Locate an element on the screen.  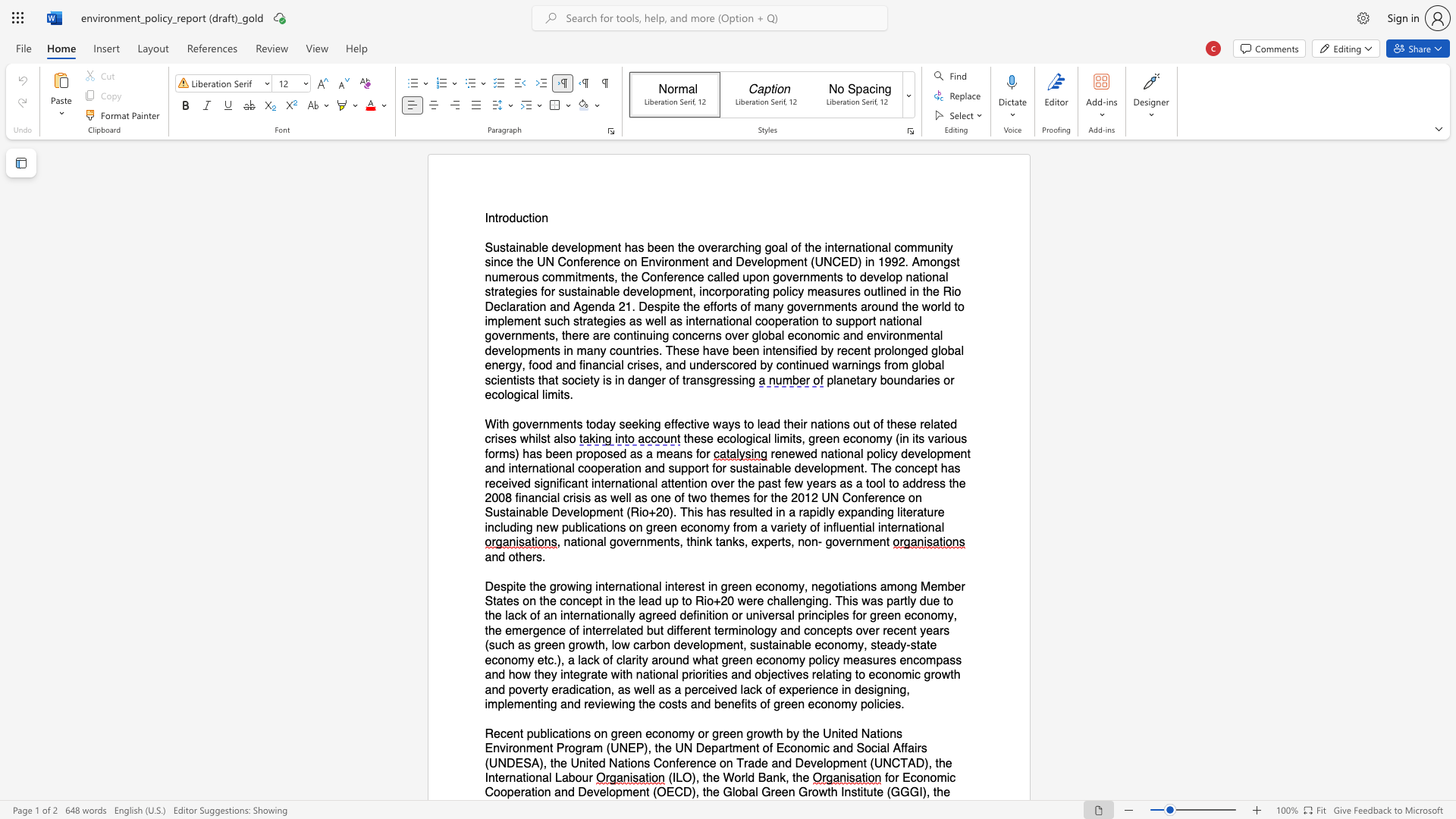
the subset text "ial crises, and underscored by continued wa" within the text "and financial crises, and underscored by continued warnings from global scientists that society is in danger of transgressing" is located at coordinates (611, 366).